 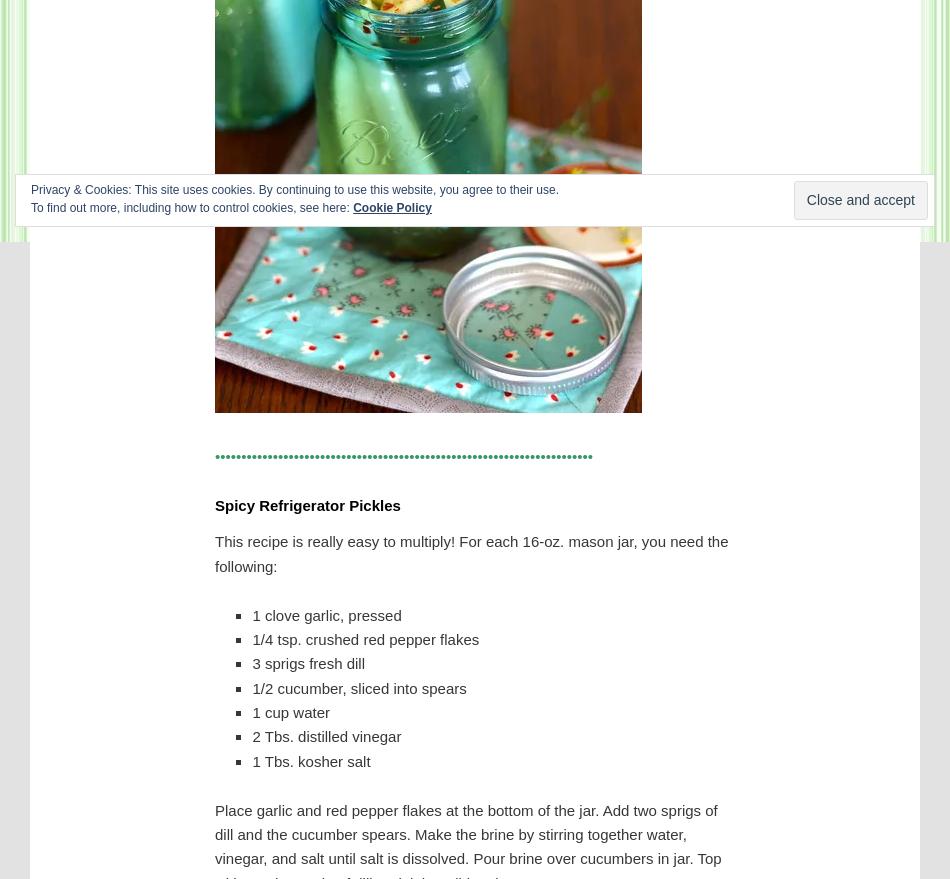 What do you see at coordinates (325, 735) in the screenshot?
I see `'2 Tbs. distilled vinegar'` at bounding box center [325, 735].